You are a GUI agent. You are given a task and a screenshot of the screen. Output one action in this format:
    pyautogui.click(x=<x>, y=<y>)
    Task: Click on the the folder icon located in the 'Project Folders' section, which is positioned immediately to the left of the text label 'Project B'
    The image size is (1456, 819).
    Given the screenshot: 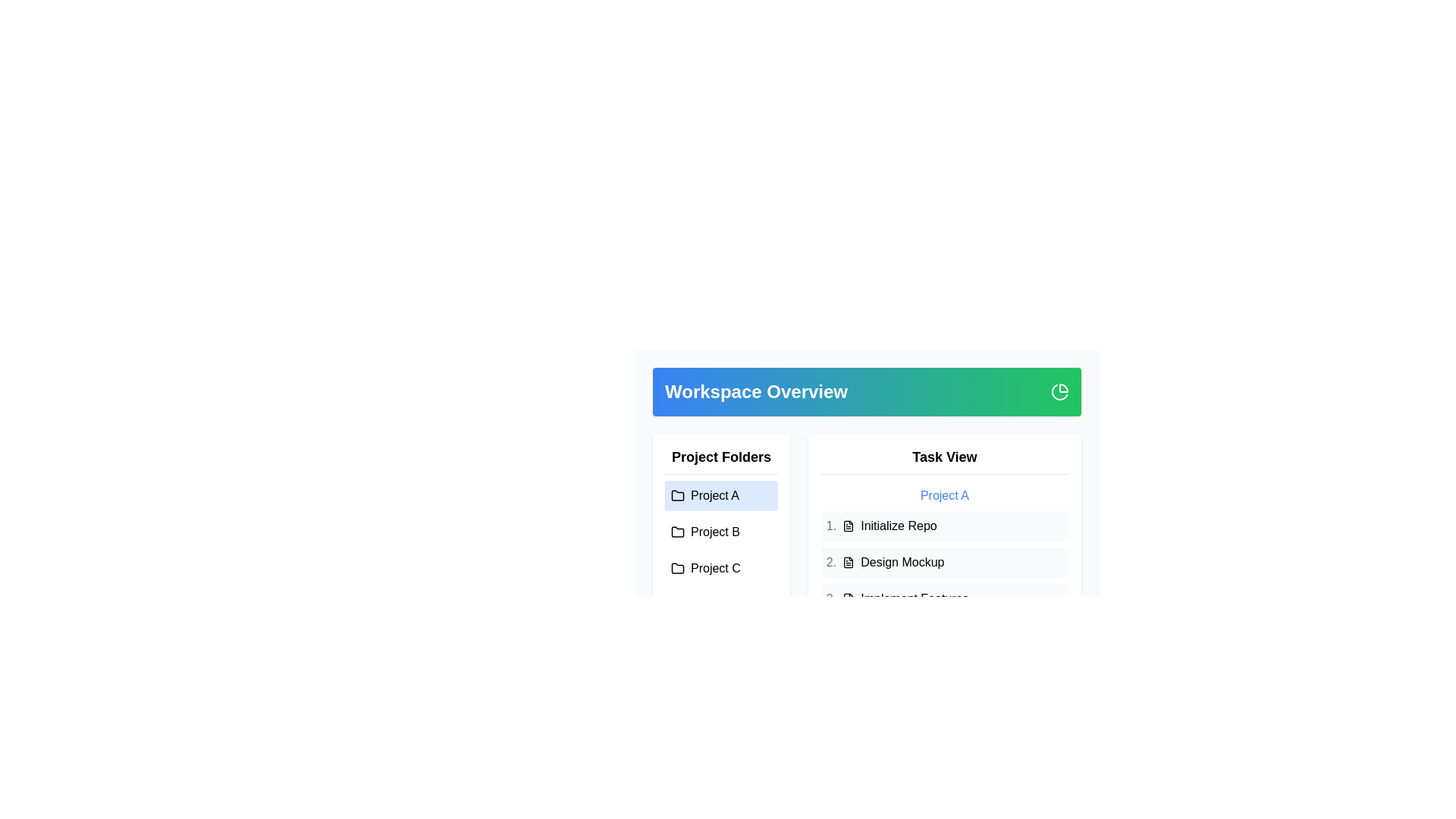 What is the action you would take?
    pyautogui.click(x=676, y=531)
    